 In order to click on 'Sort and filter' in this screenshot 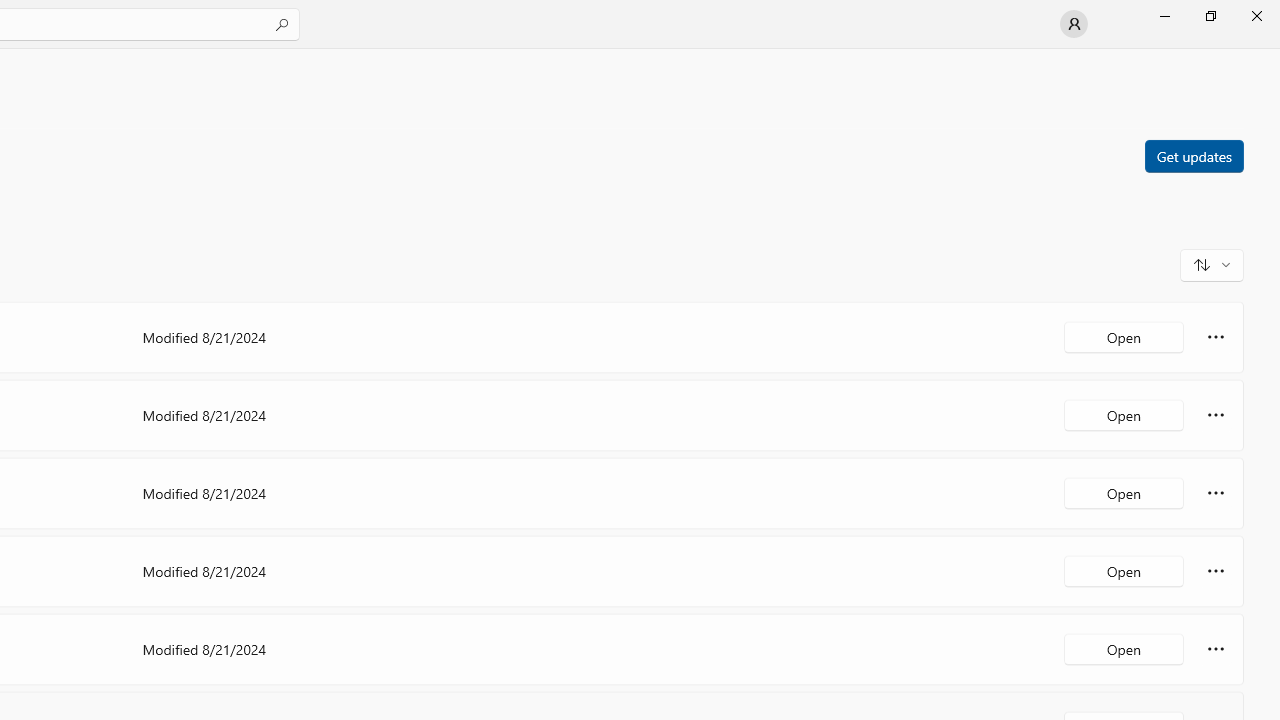, I will do `click(1211, 263)`.